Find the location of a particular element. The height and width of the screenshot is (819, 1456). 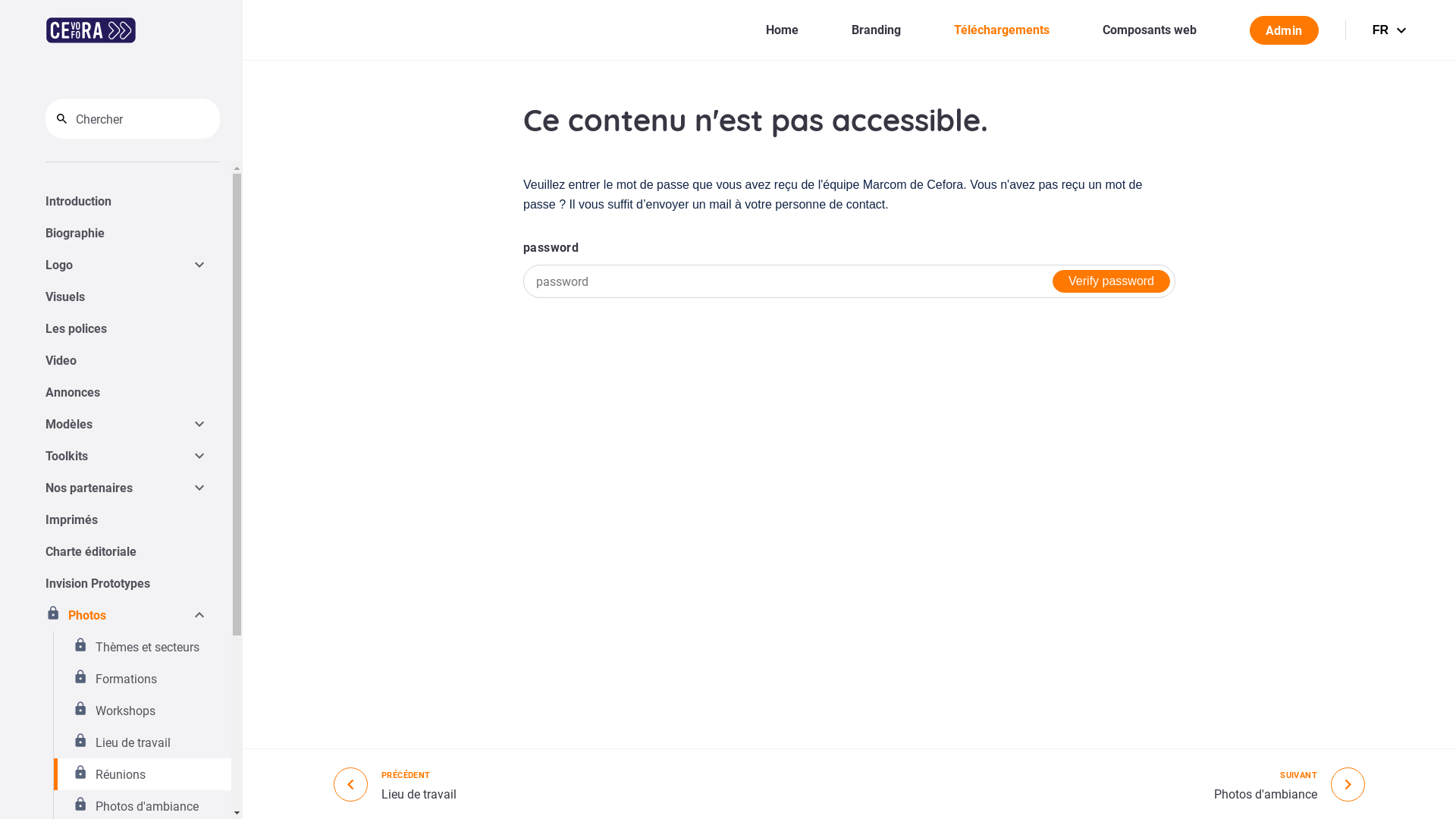

'Branding' is located at coordinates (876, 29).